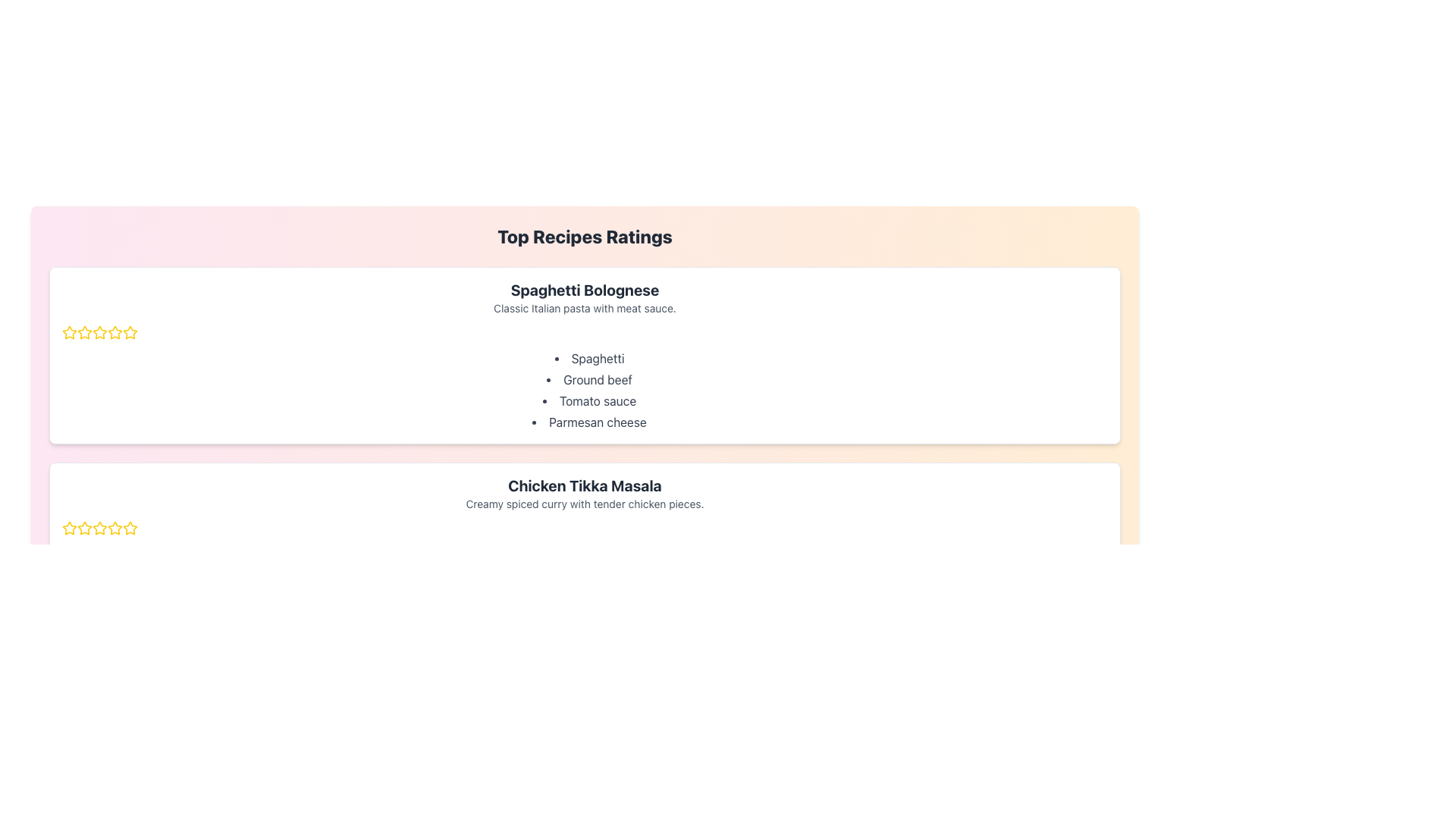  I want to click on the third star icon in the horizontal row of rating stars located beneath the title 'Chicken Tikka Masala' in the second recipe card, so click(83, 528).